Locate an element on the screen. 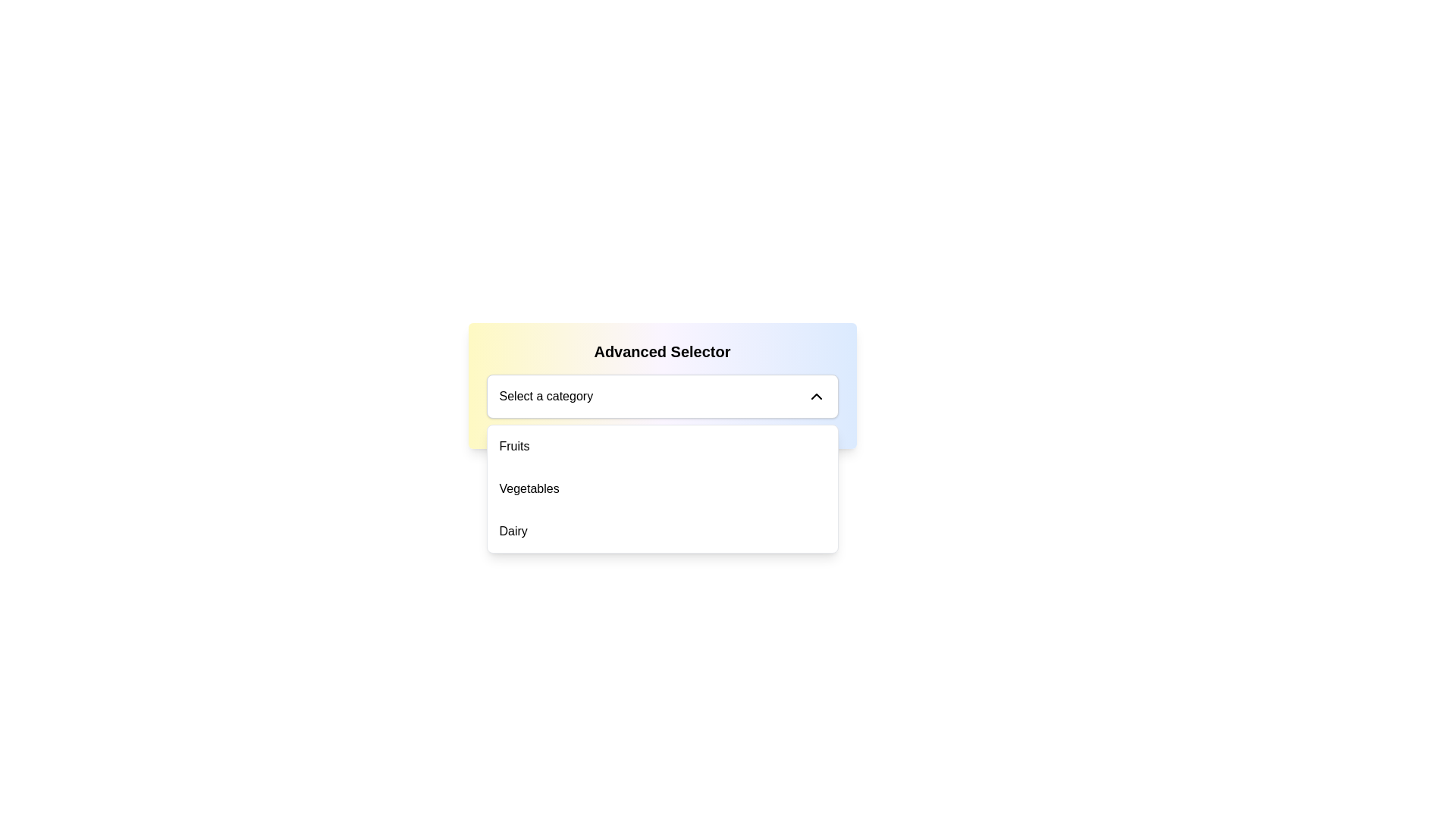 The height and width of the screenshot is (819, 1456). the 'Dairy' category item in the dropdown menu is located at coordinates (513, 531).